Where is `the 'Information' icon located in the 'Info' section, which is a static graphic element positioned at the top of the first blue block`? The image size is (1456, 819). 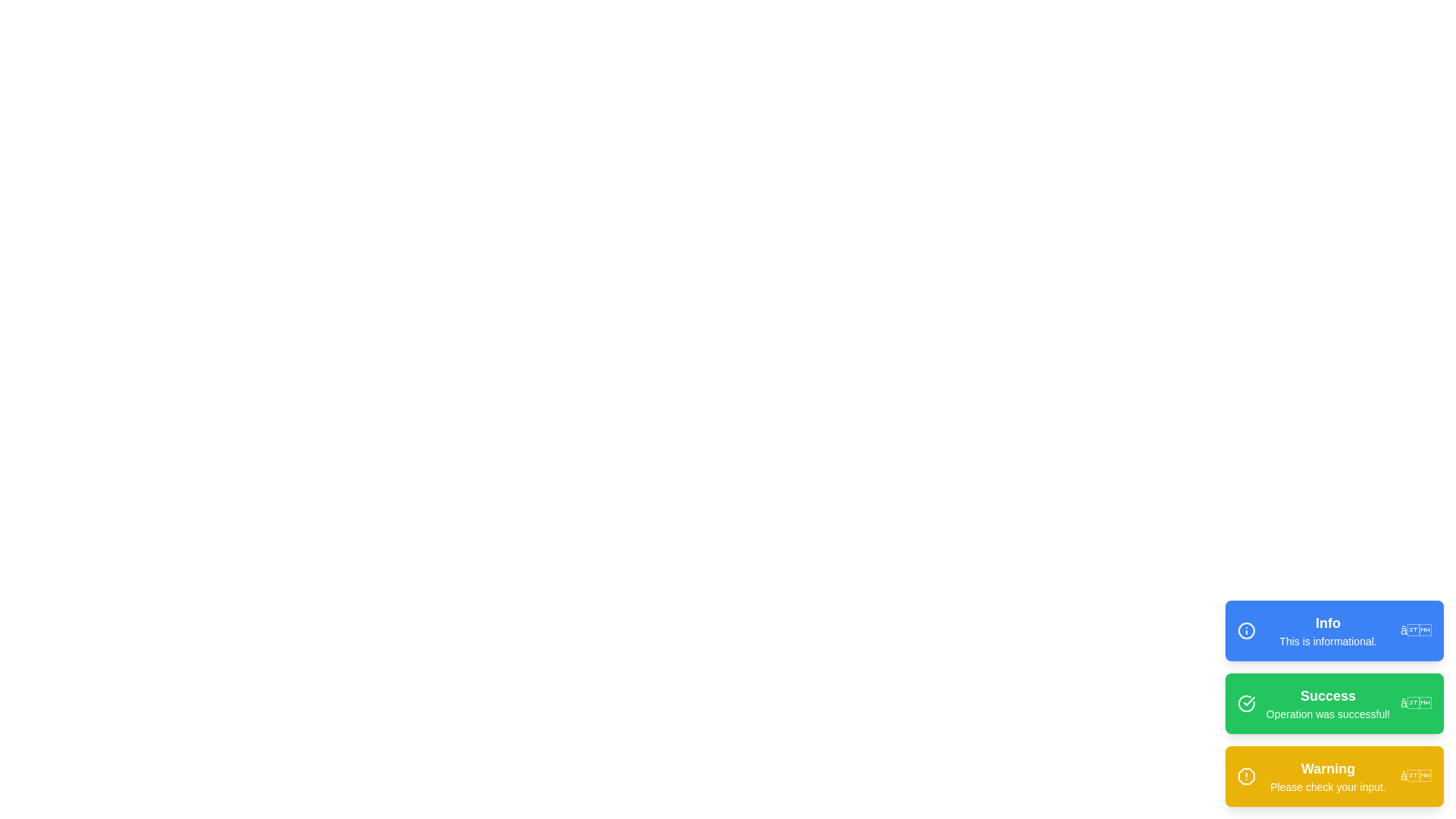
the 'Information' icon located in the 'Info' section, which is a static graphic element positioned at the top of the first blue block is located at coordinates (1246, 631).